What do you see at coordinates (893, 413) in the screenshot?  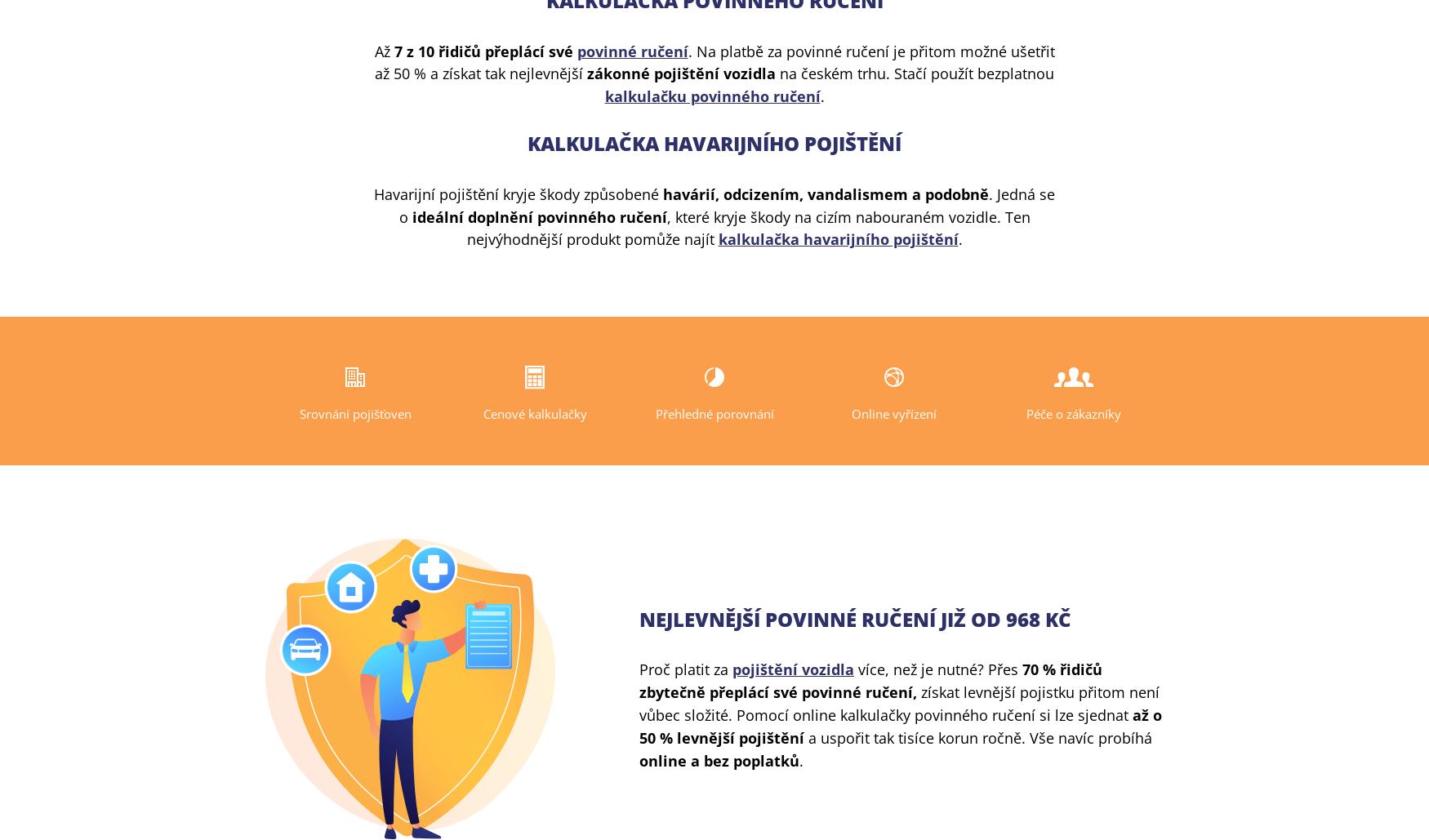 I see `'Online vyřízení'` at bounding box center [893, 413].